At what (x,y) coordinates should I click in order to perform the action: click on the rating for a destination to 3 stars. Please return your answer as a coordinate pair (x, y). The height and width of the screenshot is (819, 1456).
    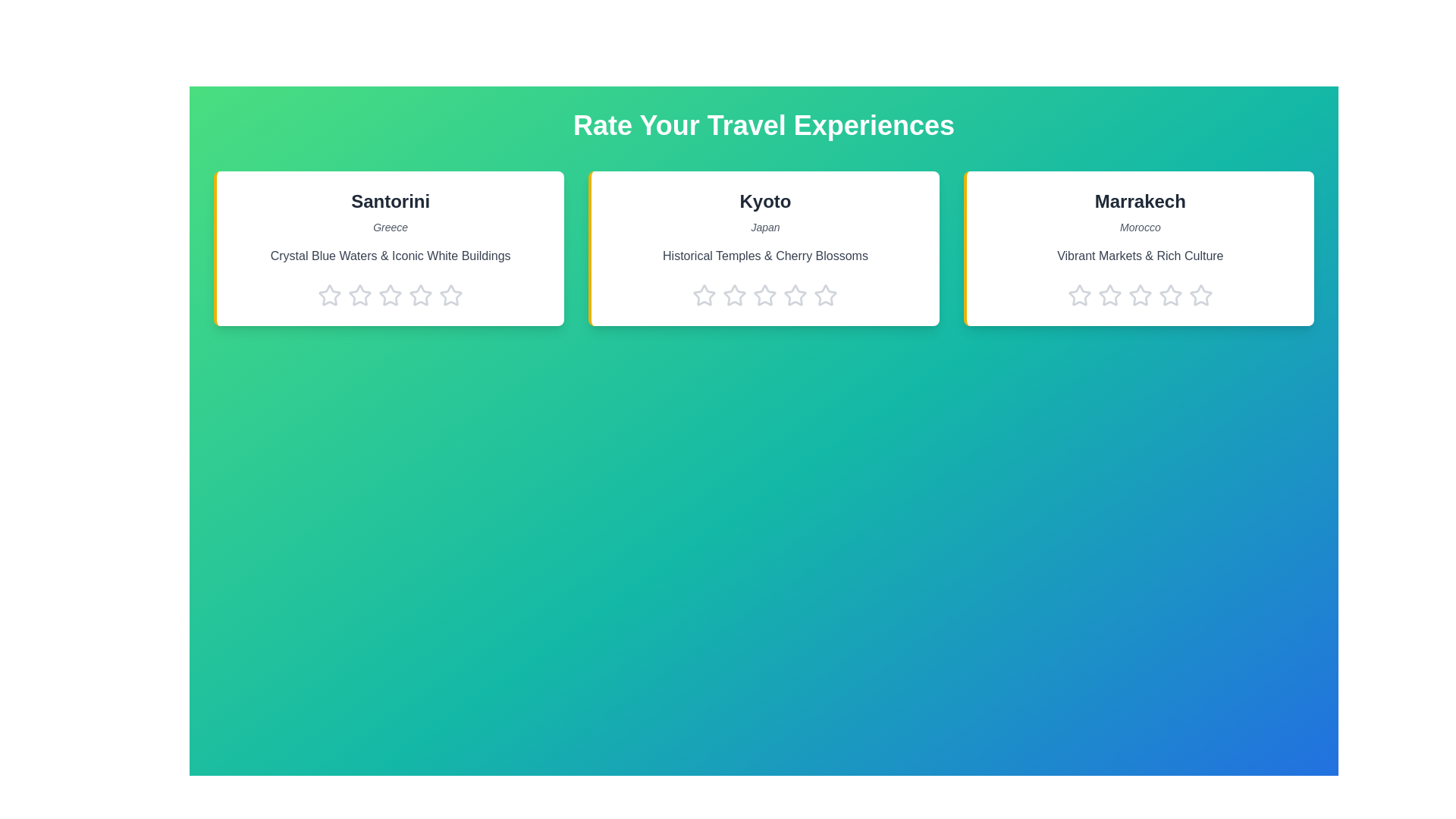
    Looking at the image, I should click on (391, 295).